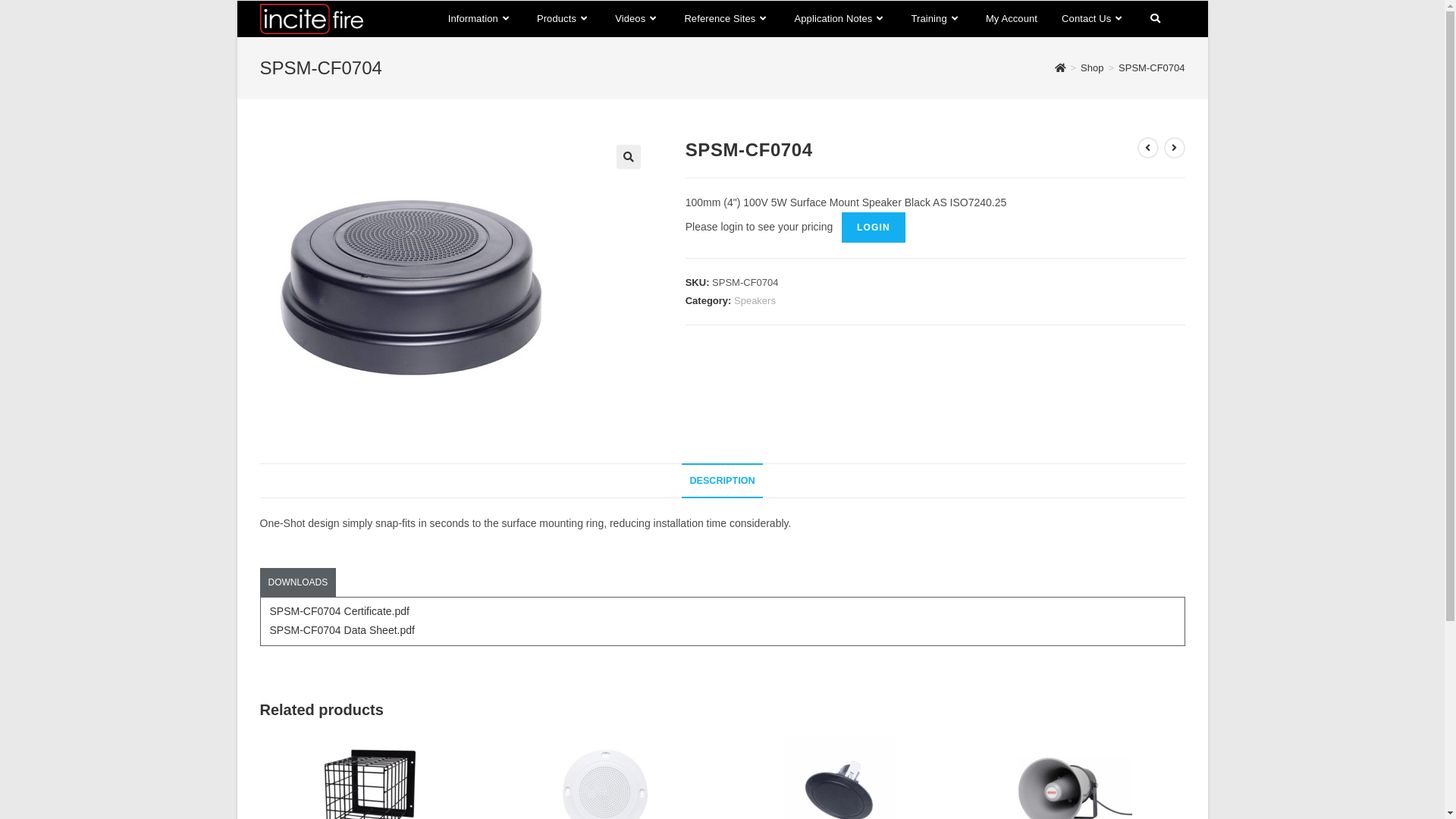  What do you see at coordinates (411, 289) in the screenshot?
I see `'SPSM-CF0704'` at bounding box center [411, 289].